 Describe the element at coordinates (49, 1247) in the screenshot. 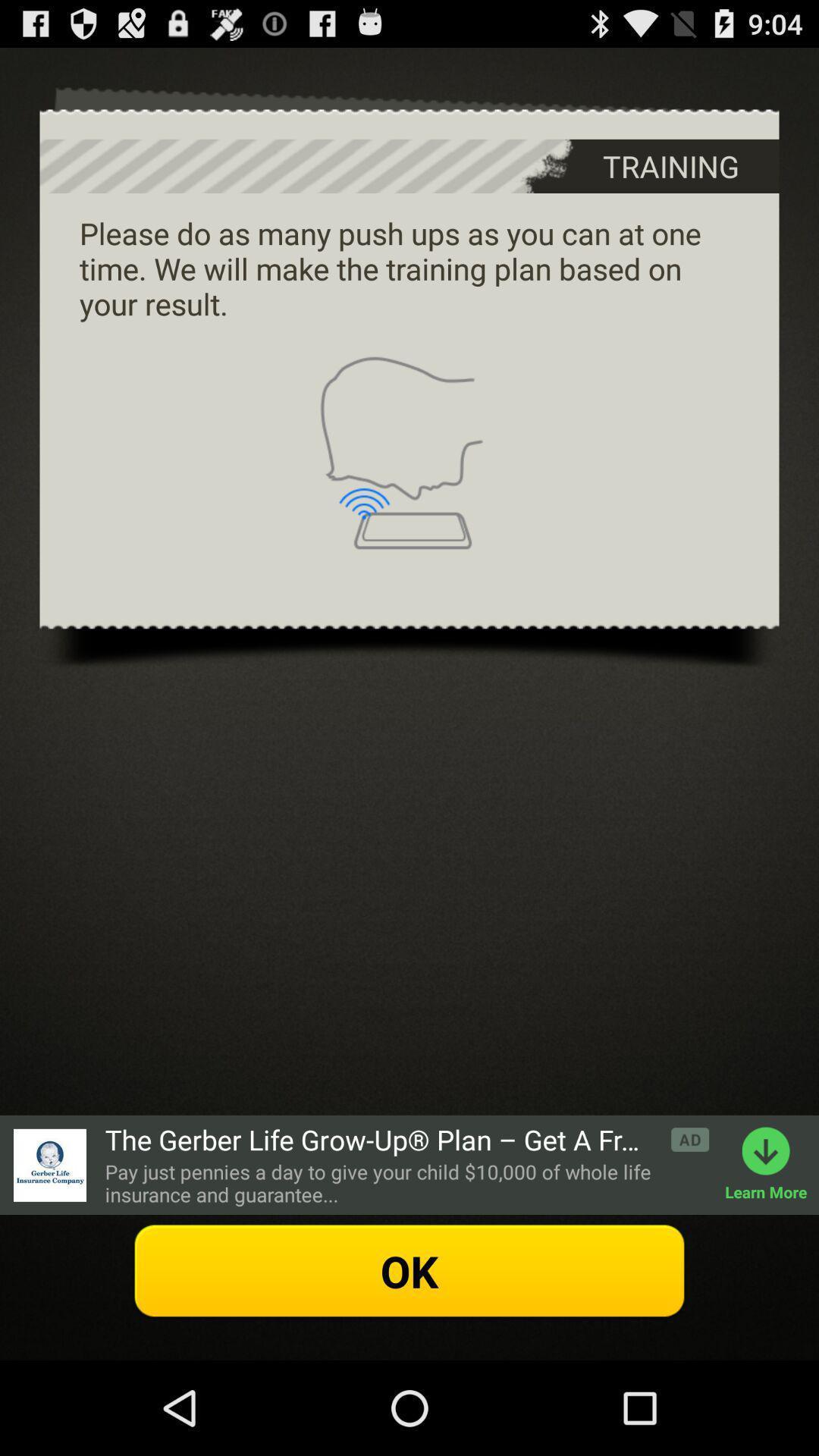

I see `the location icon` at that location.